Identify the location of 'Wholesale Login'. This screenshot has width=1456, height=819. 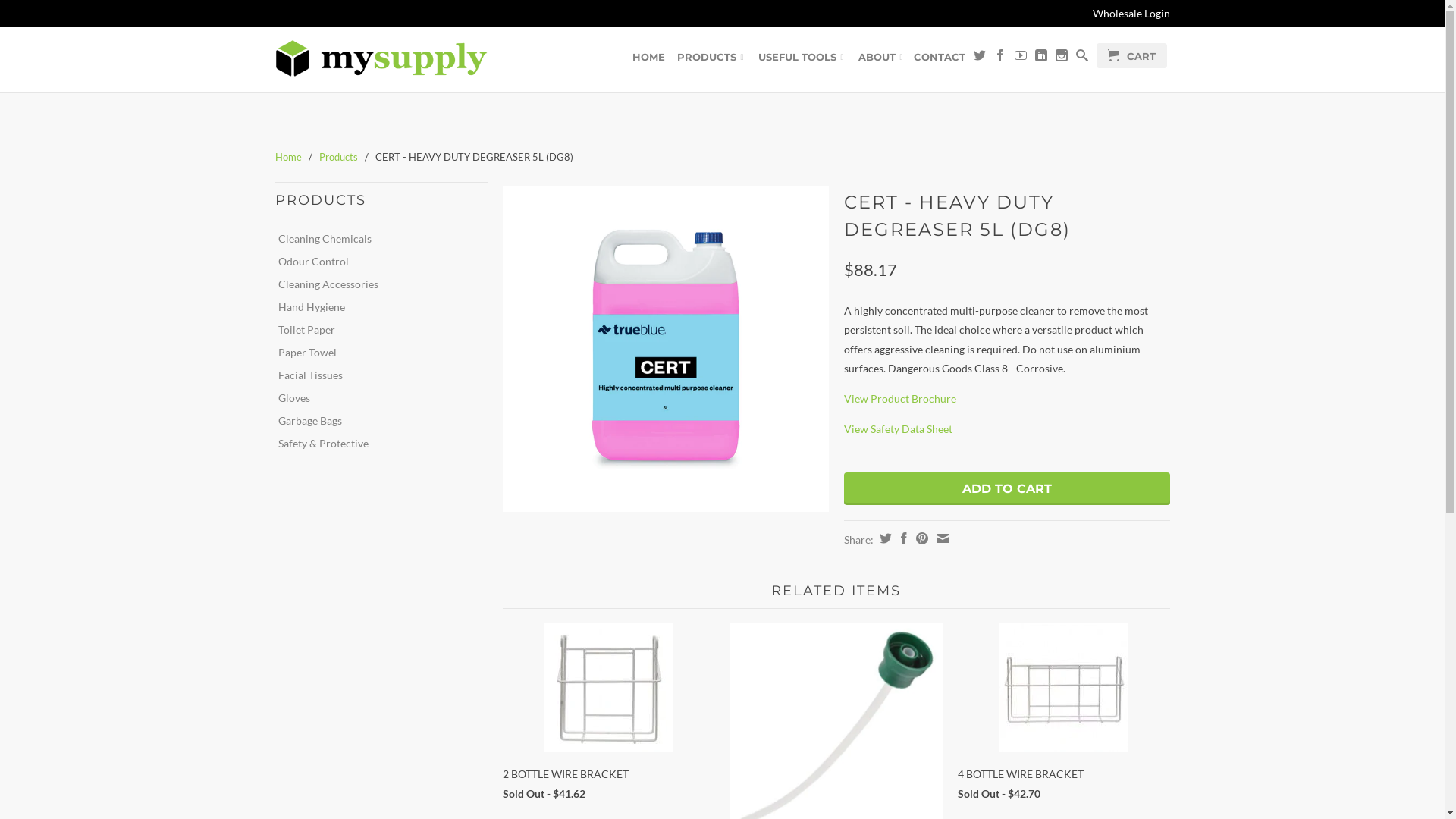
(1092, 13).